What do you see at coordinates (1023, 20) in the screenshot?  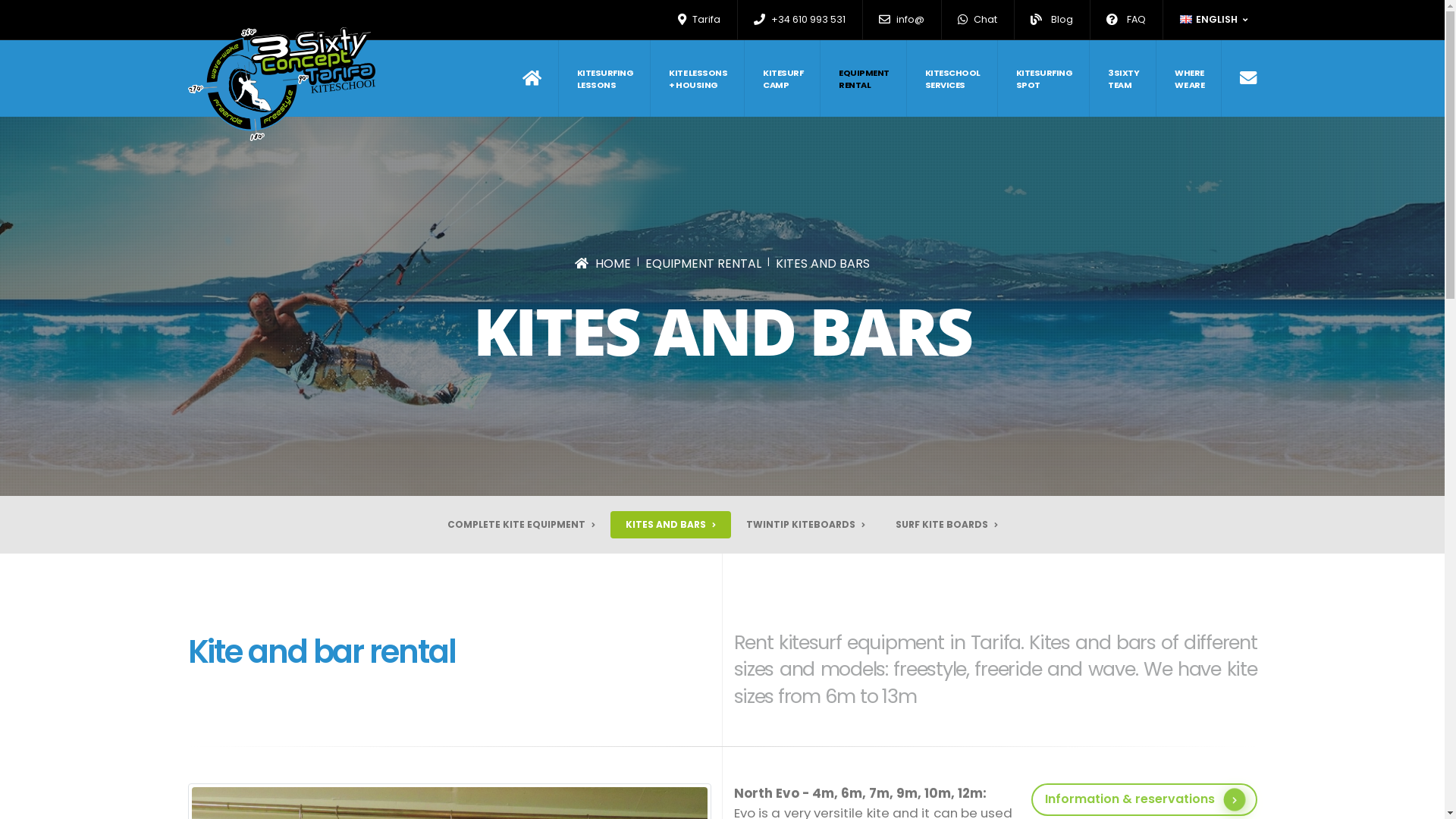 I see `'Blog'` at bounding box center [1023, 20].